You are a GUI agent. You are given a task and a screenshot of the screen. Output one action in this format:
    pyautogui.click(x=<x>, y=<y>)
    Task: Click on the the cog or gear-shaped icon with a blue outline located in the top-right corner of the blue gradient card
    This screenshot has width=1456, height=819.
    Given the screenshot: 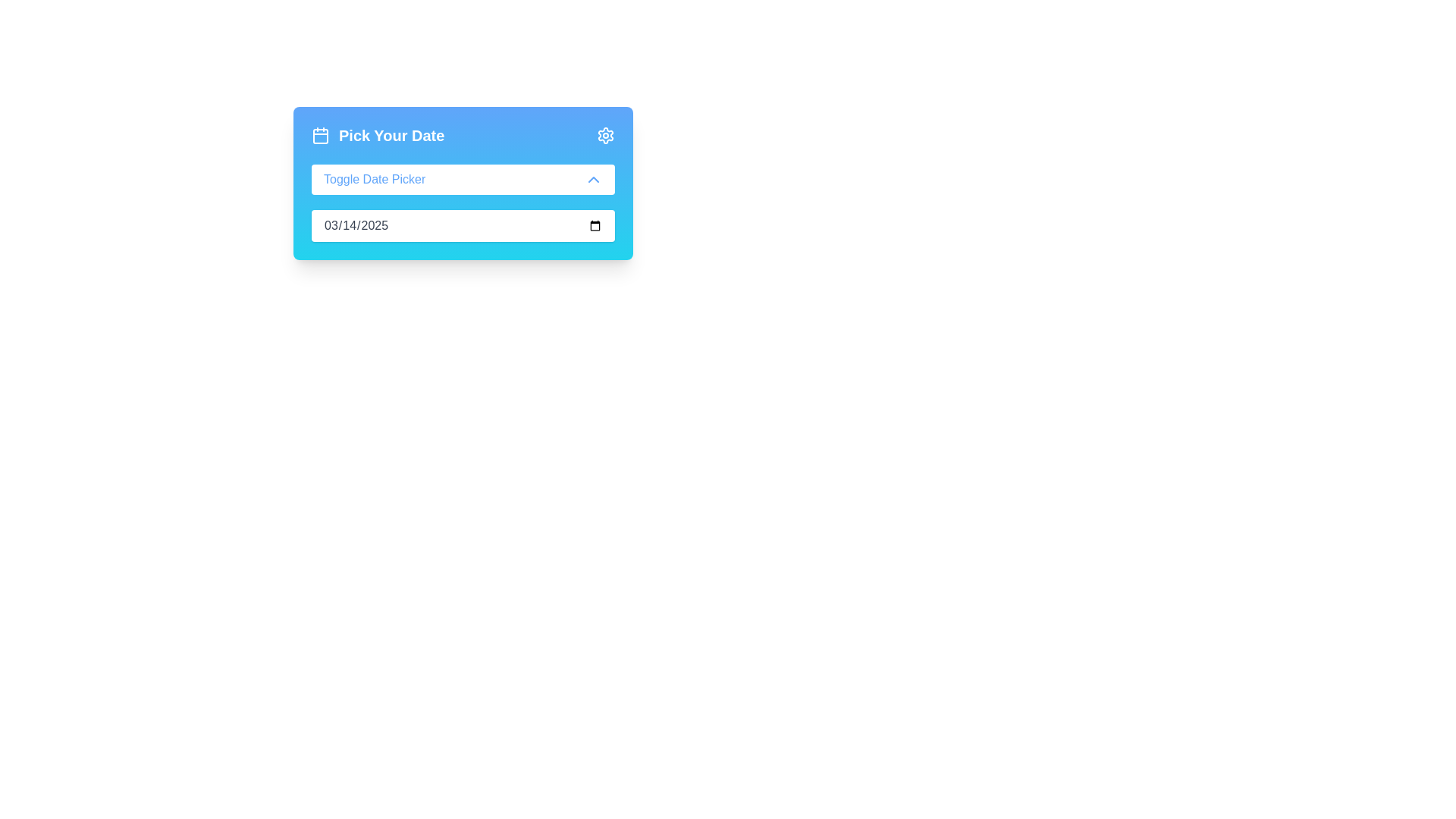 What is the action you would take?
    pyautogui.click(x=604, y=134)
    